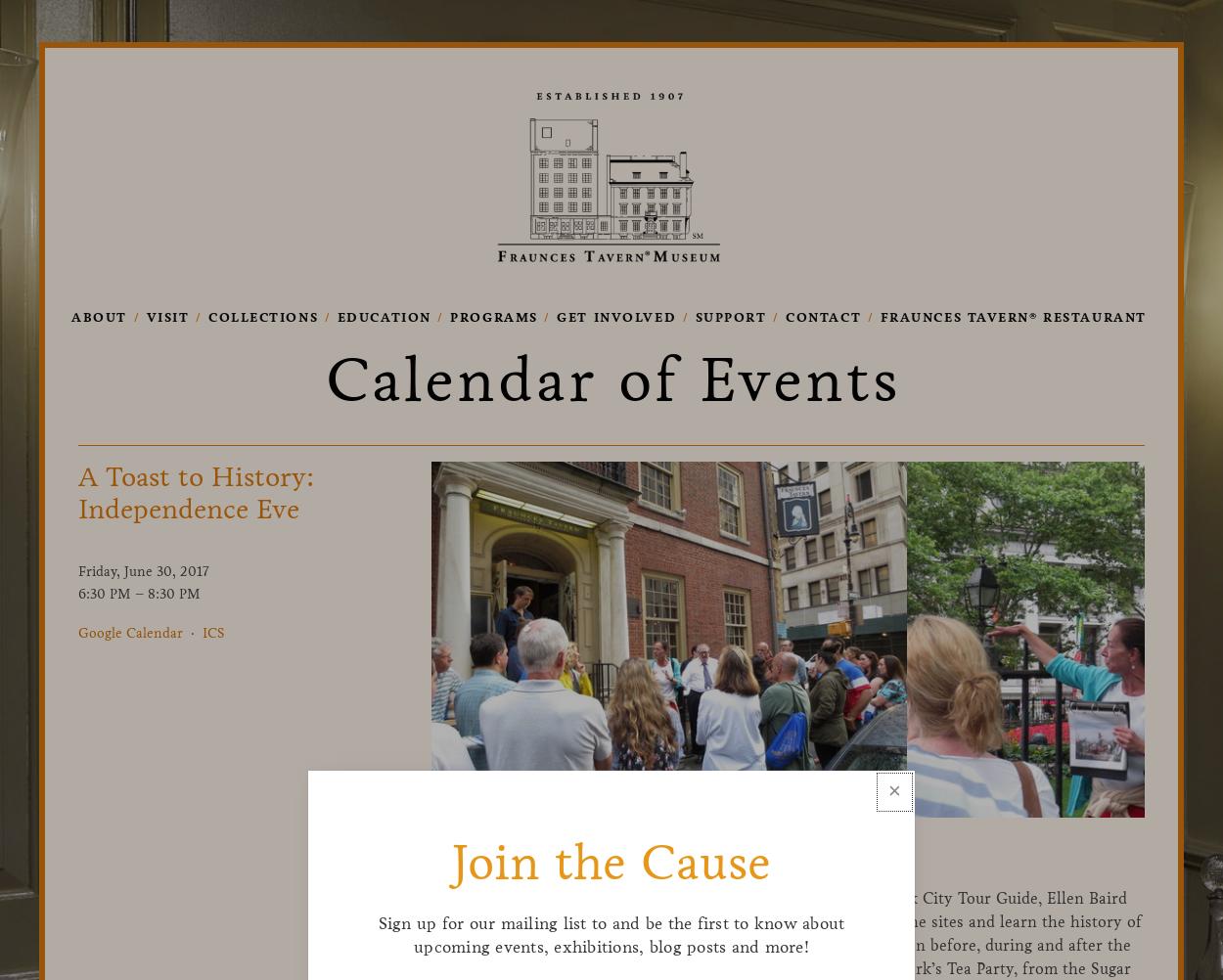  I want to click on 'Google Calendar', so click(130, 631).